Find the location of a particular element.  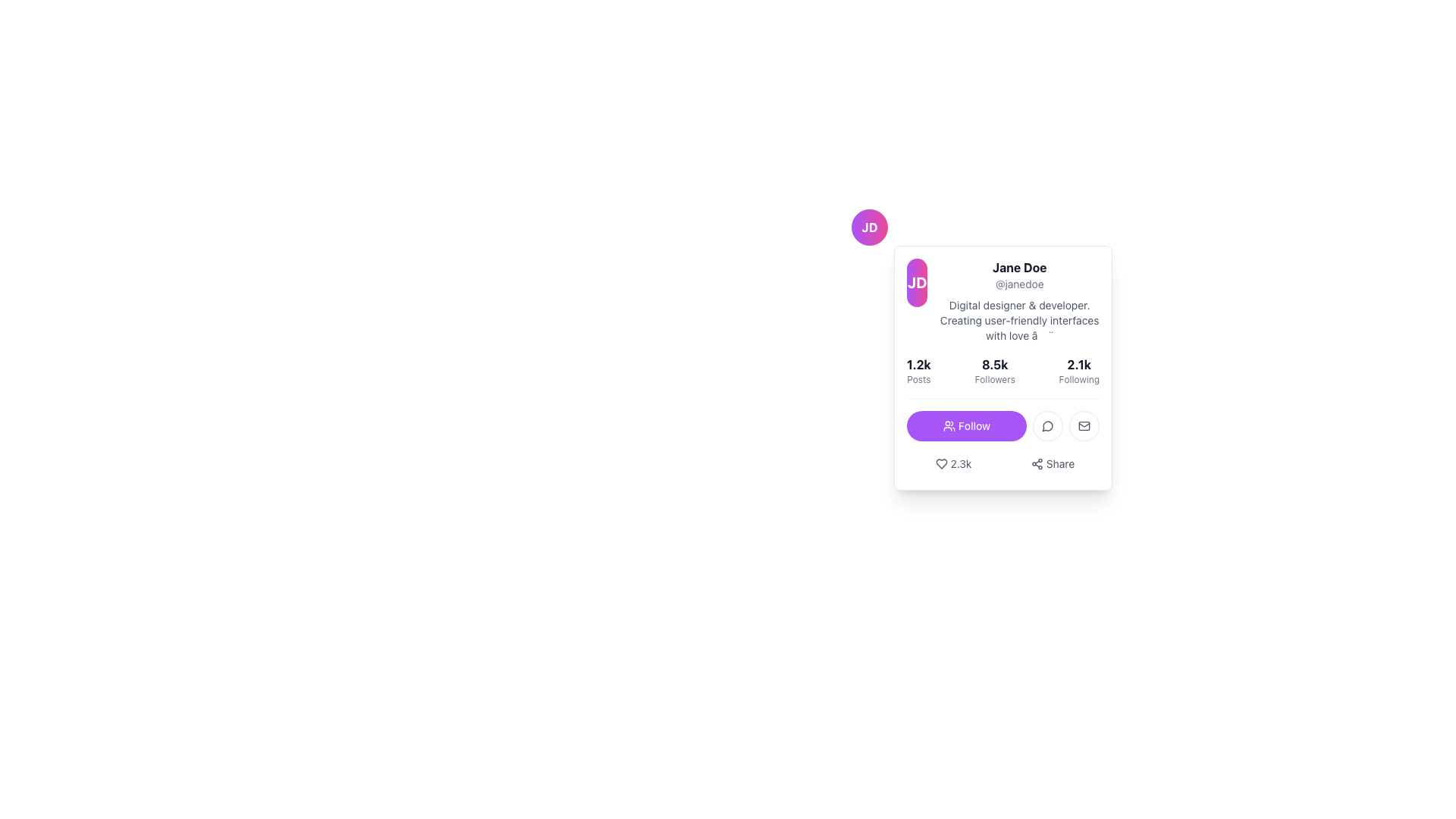

numeric count displayed on the Text Label indicating the number of accounts being followed, located above the 'Following' label within the profile card layout is located at coordinates (1078, 365).